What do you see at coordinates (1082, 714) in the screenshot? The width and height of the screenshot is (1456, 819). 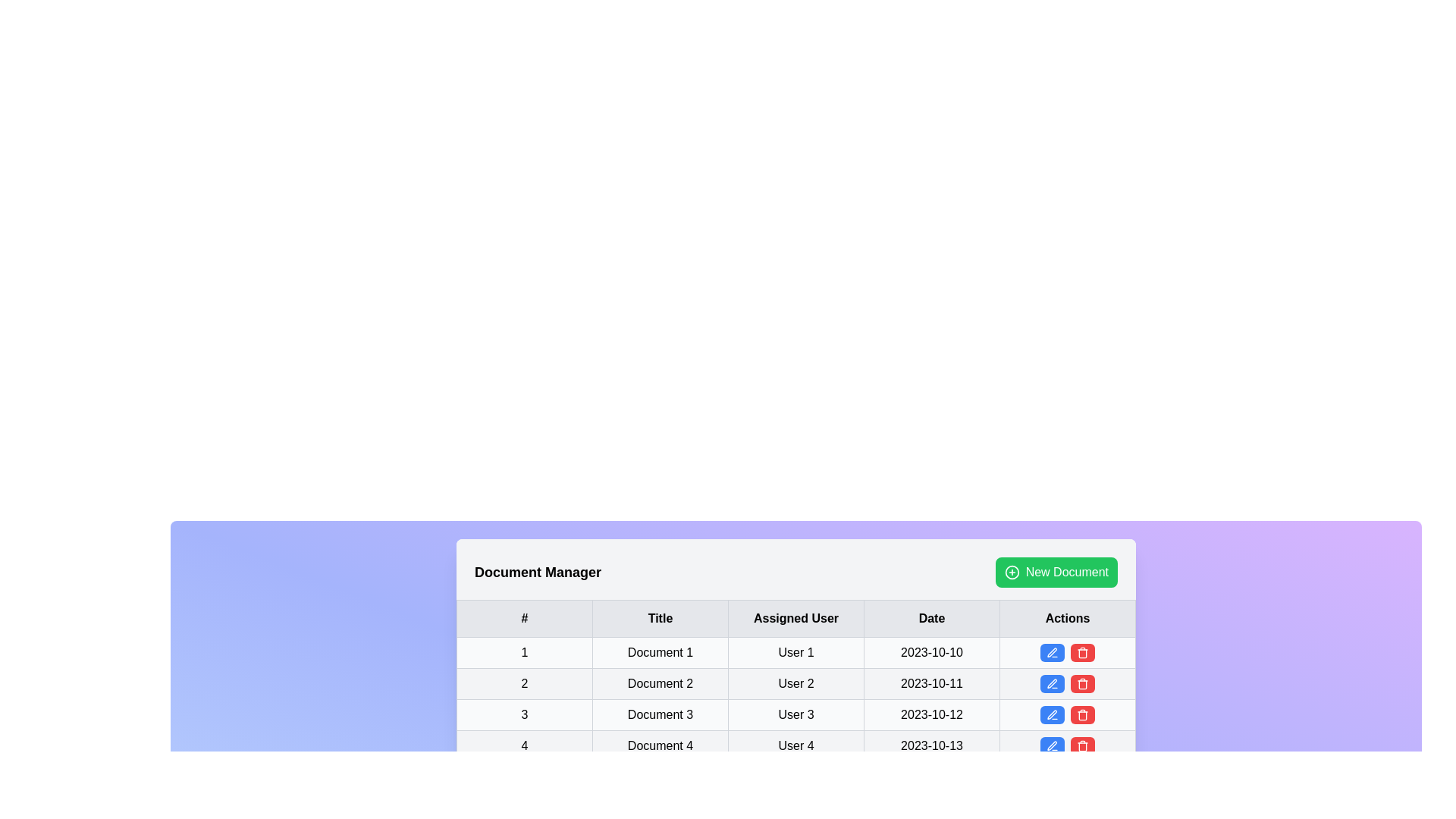 I see `the red button with rounded corners containing a trash can icon, located in the 'Actions' column for 'Document 3'` at bounding box center [1082, 714].